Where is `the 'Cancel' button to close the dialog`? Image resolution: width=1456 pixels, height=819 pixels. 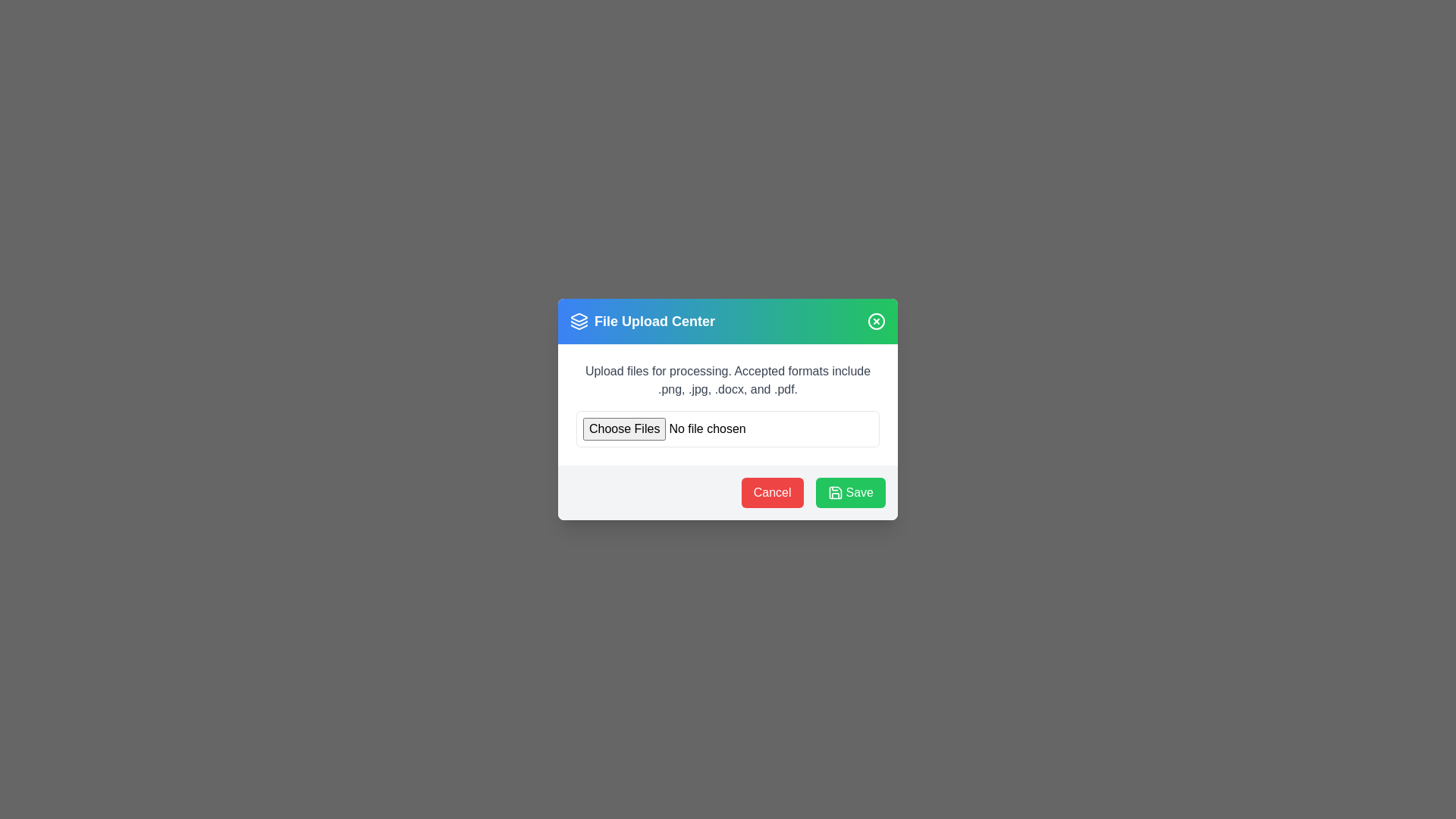
the 'Cancel' button to close the dialog is located at coordinates (772, 493).